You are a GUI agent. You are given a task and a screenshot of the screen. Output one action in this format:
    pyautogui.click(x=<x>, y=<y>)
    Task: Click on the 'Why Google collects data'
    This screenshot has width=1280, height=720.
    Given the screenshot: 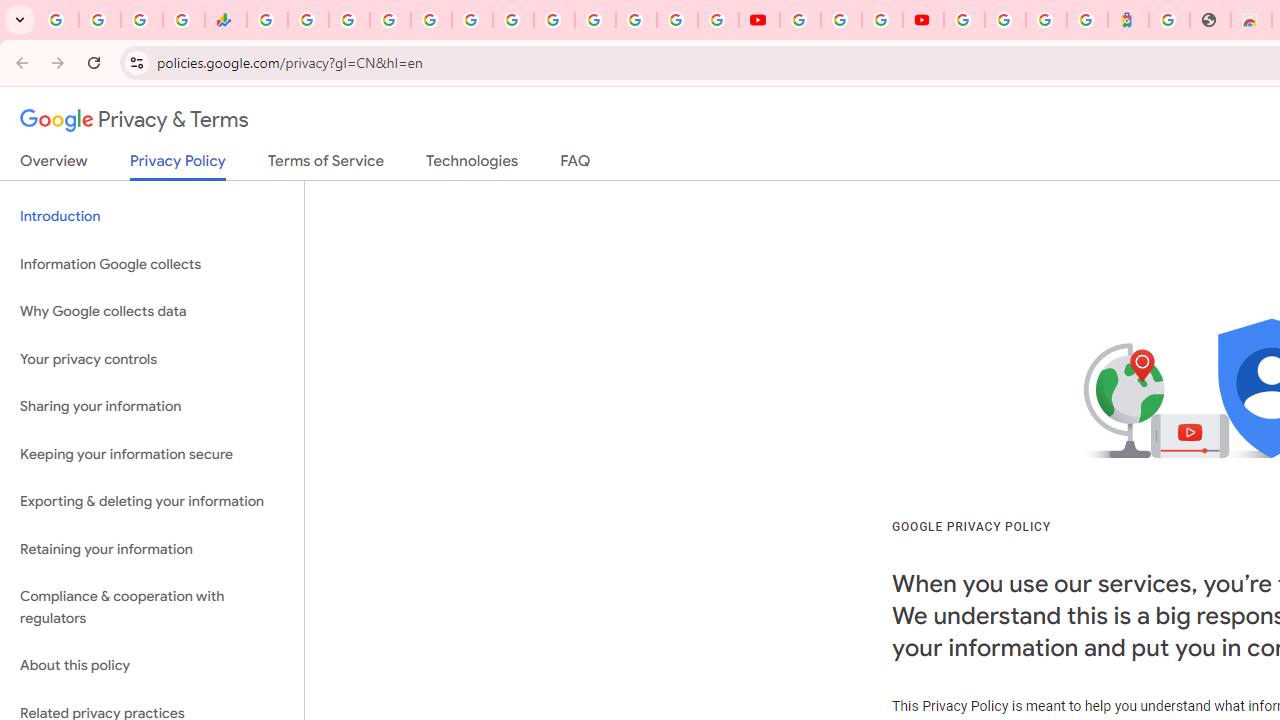 What is the action you would take?
    pyautogui.click(x=151, y=312)
    